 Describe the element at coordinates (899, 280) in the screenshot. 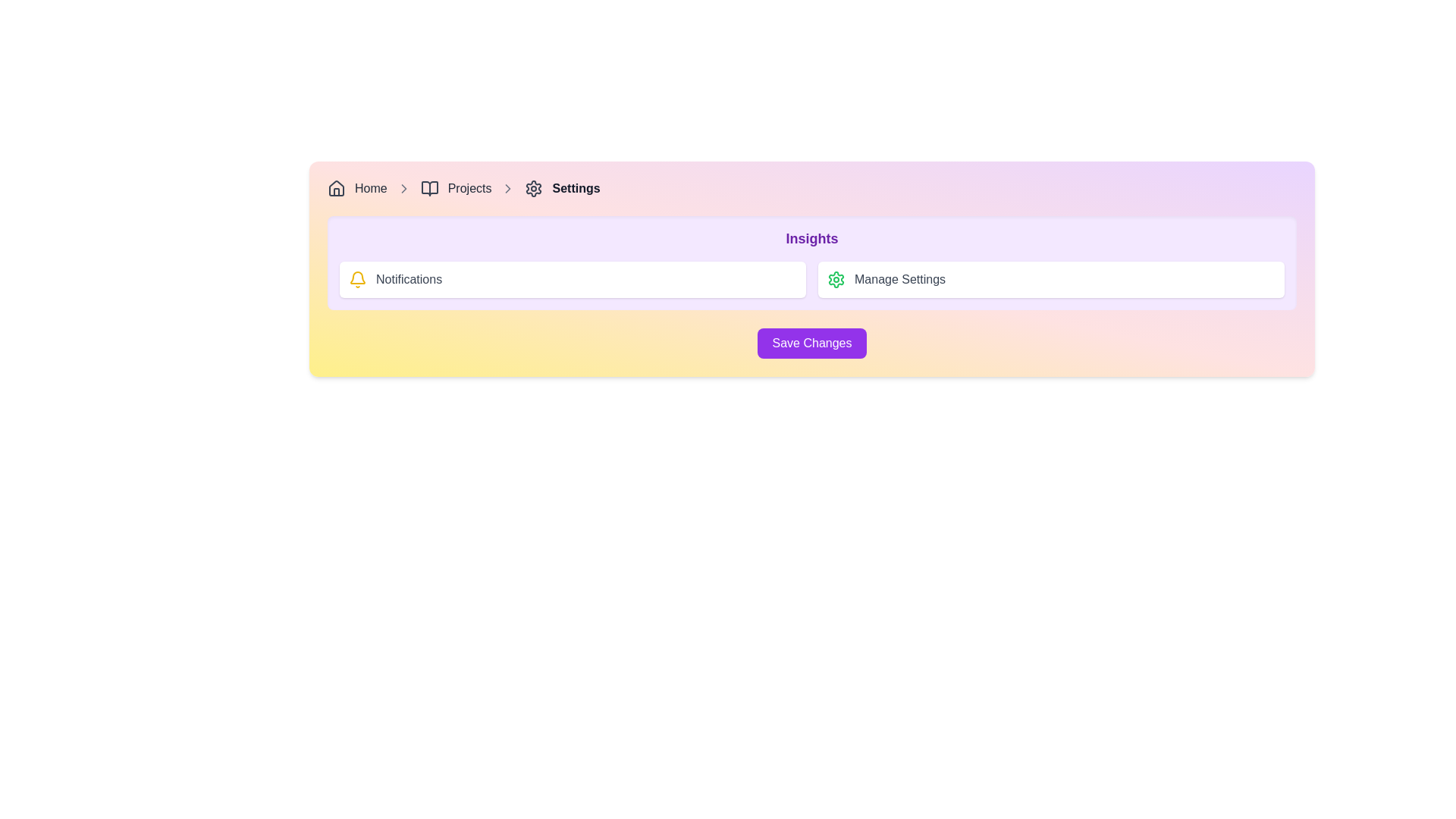

I see `the 'Manage Settings' text label to highlight and read its label` at that location.